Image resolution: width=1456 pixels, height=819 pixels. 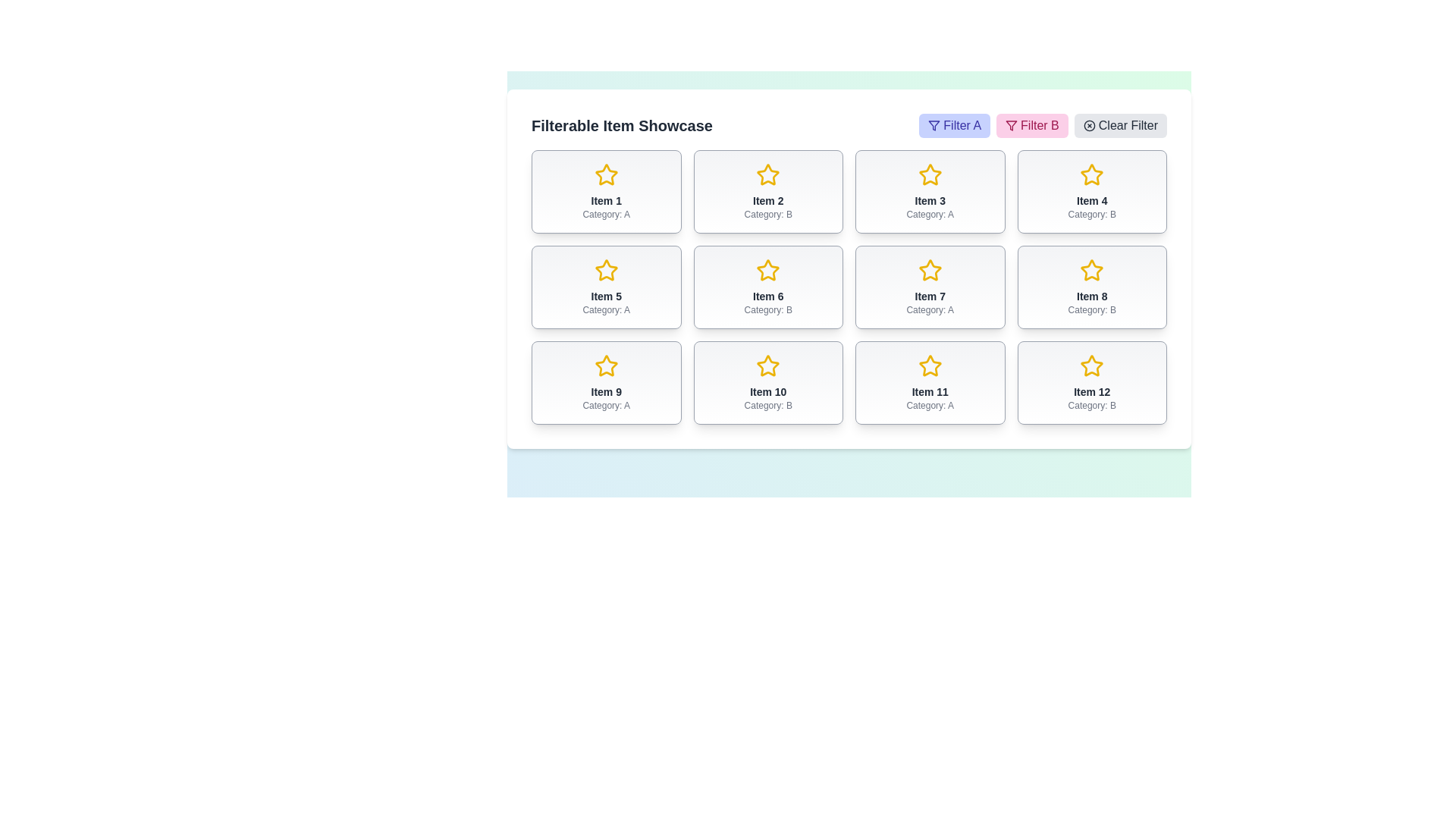 What do you see at coordinates (605, 270) in the screenshot?
I see `the yellow star-shaped icon with an outlined design located at the top center of the card labeled 'Item 5, Category: A' to interact with the associated item` at bounding box center [605, 270].